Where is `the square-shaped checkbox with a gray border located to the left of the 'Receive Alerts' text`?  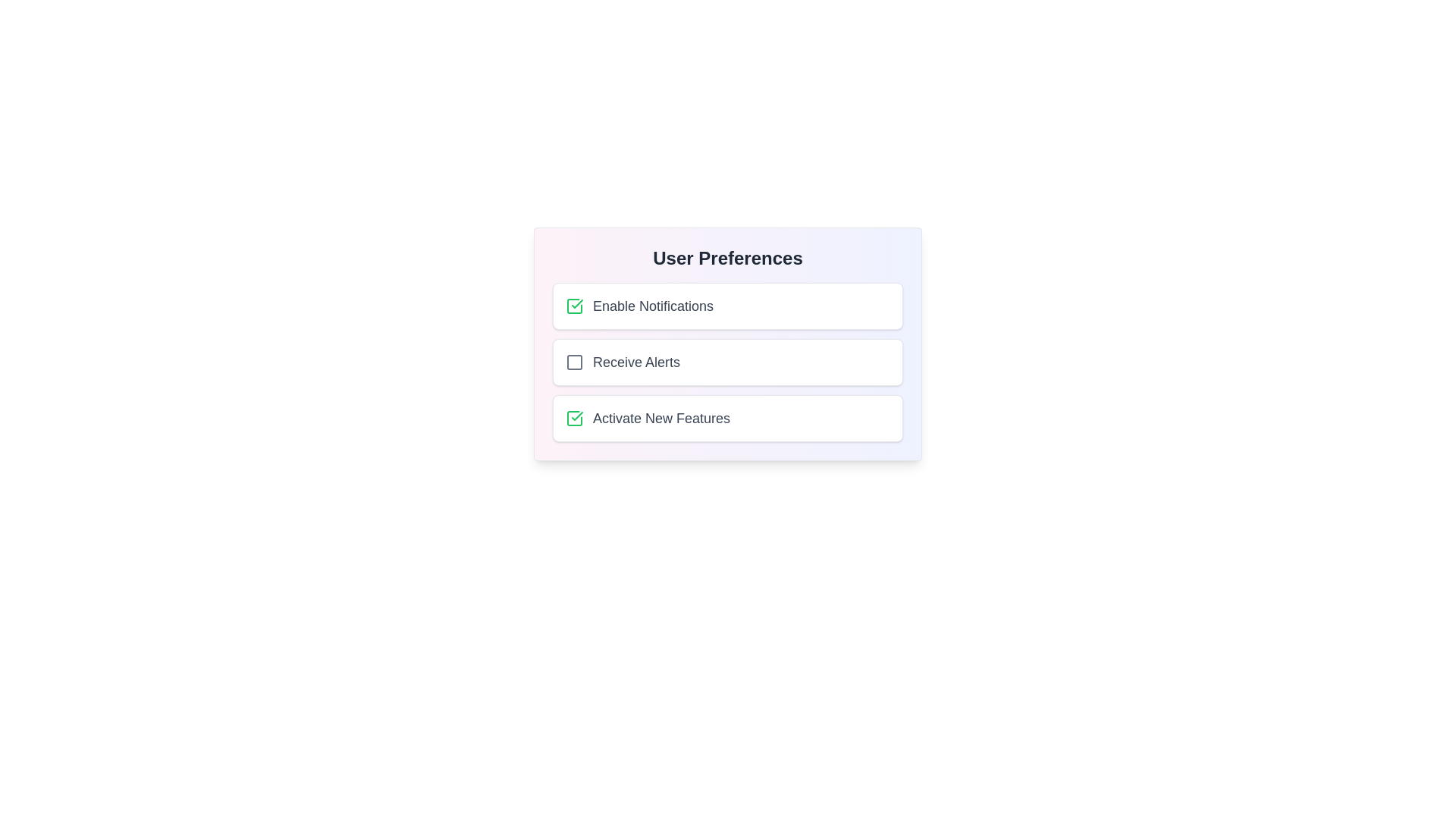
the square-shaped checkbox with a gray border located to the left of the 'Receive Alerts' text is located at coordinates (574, 362).